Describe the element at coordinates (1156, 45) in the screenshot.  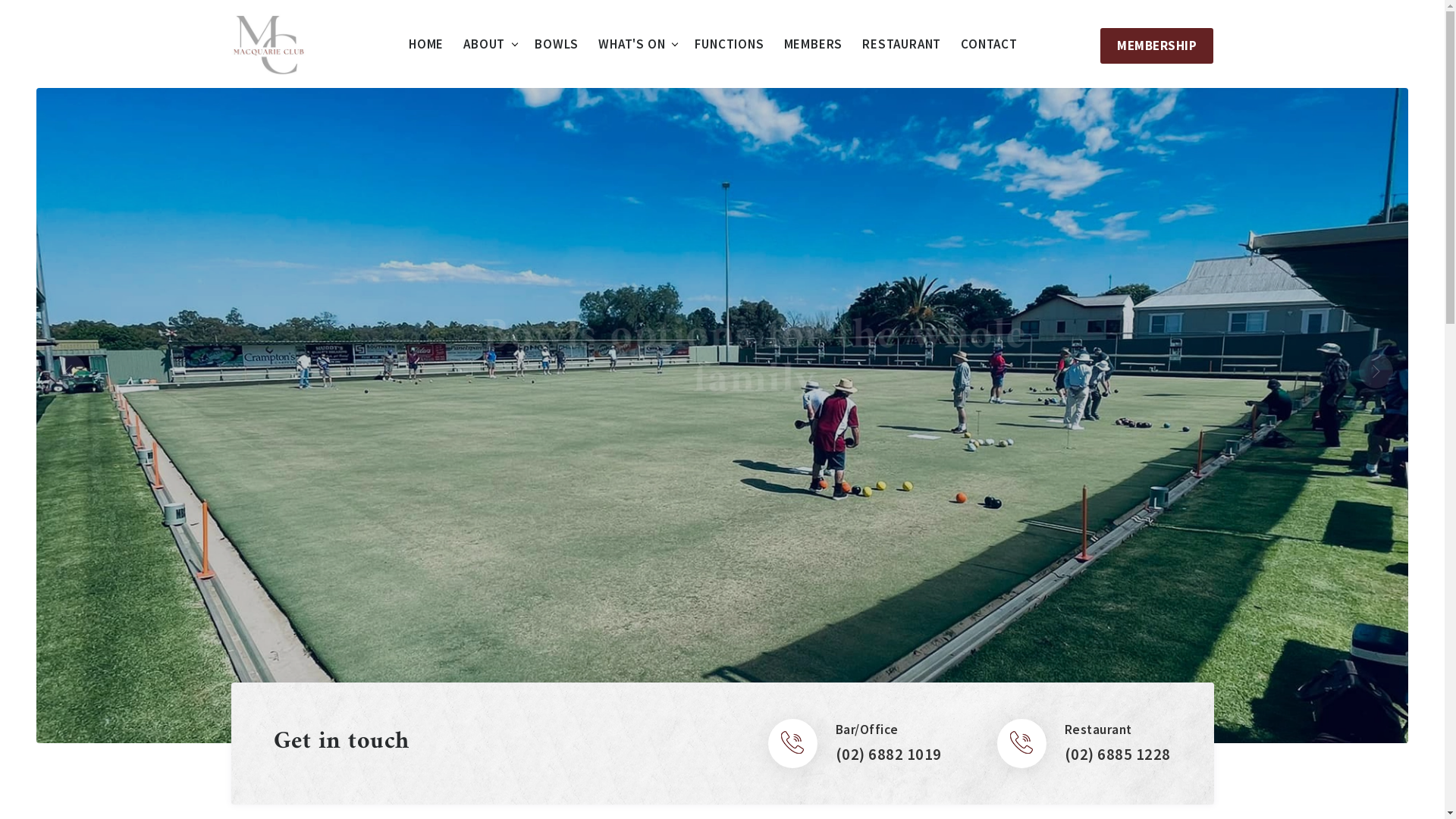
I see `'MEMBERSHIP'` at that location.